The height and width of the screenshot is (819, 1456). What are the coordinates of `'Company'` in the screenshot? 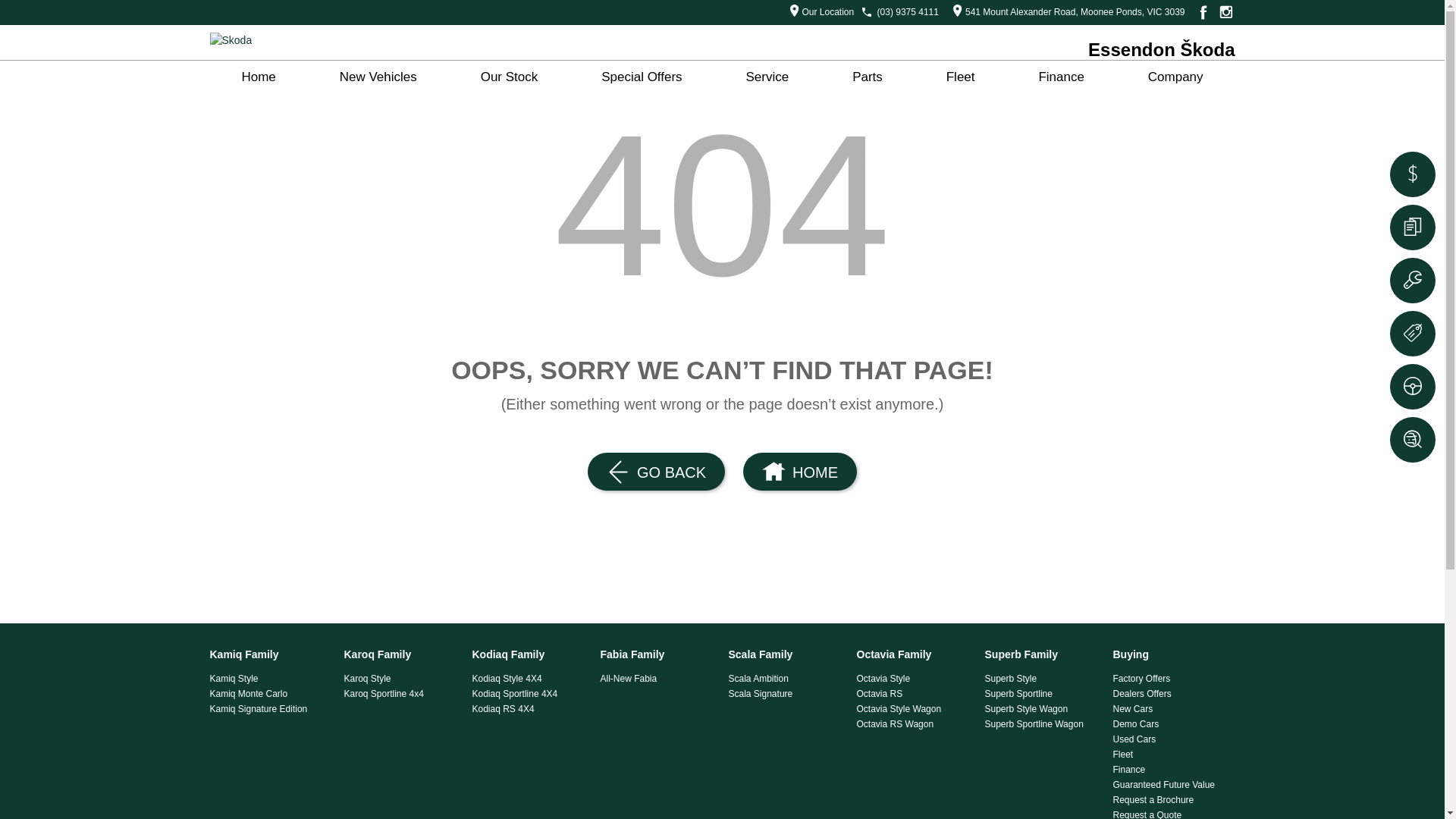 It's located at (1175, 77).